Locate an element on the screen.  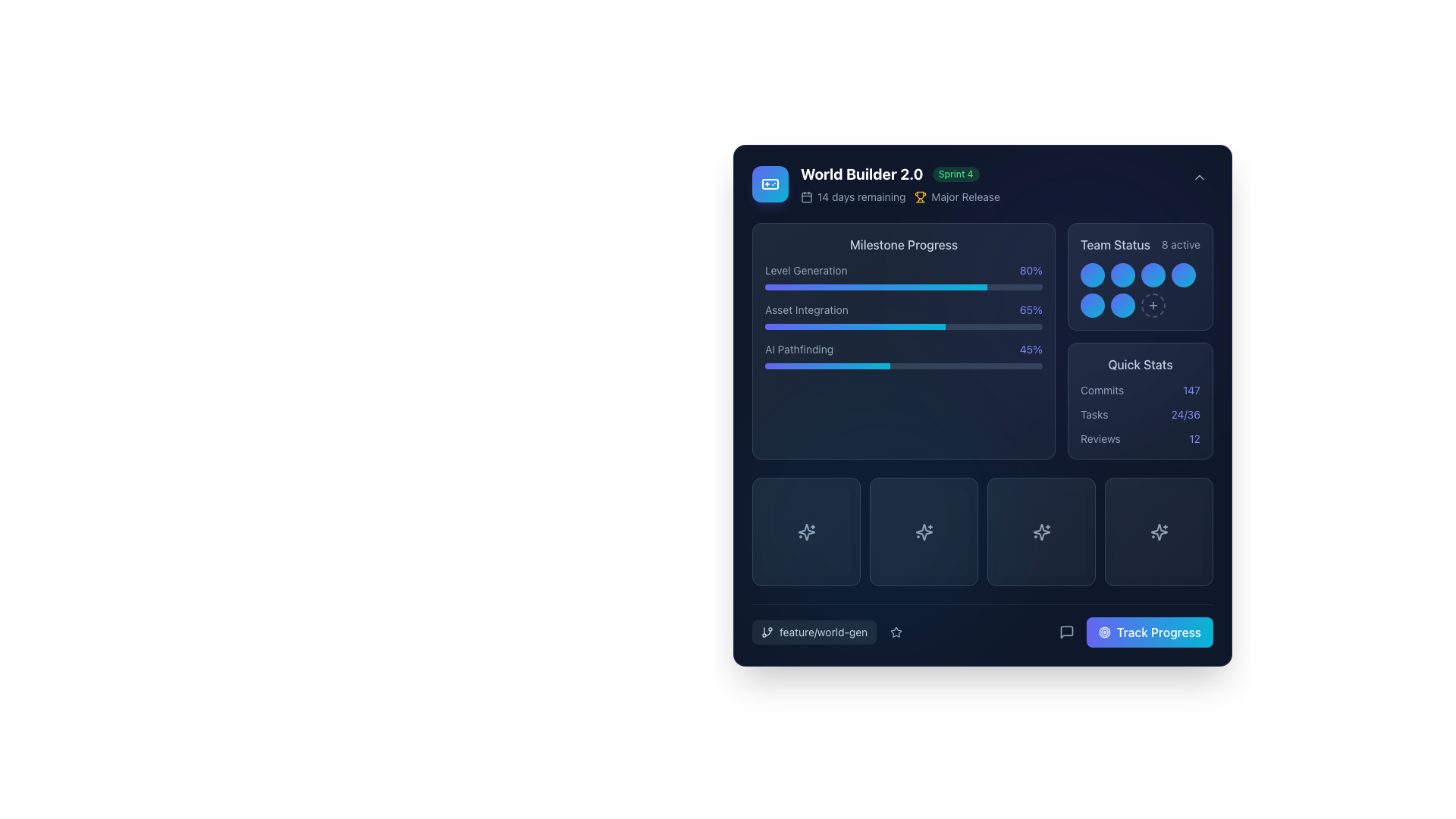
text label and count segment of the third review count component located in the 'Quick Stats' section at the bottom-right of the layout is located at coordinates (1140, 438).